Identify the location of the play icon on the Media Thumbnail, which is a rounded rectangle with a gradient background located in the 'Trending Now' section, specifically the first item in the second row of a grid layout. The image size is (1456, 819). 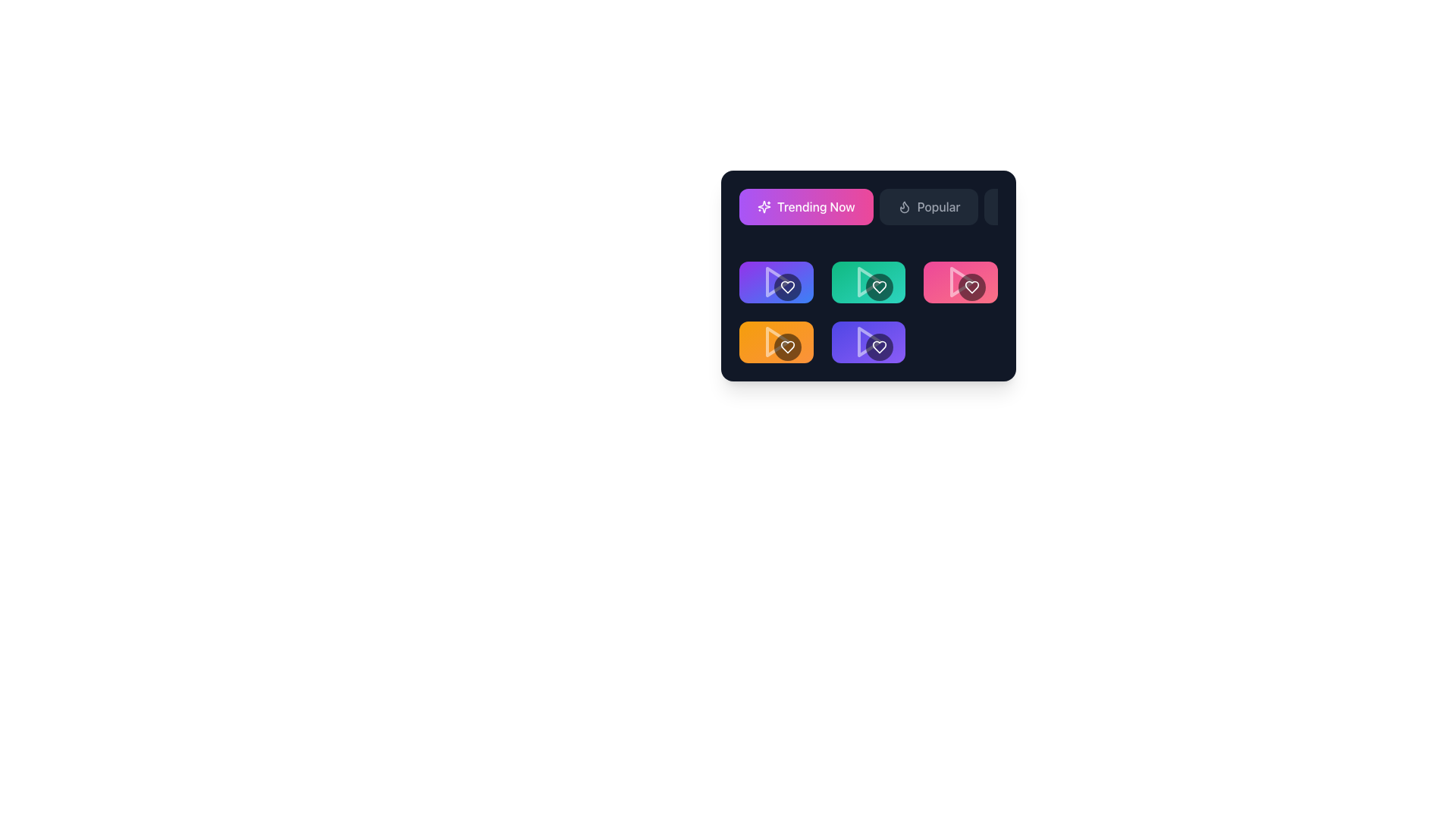
(776, 282).